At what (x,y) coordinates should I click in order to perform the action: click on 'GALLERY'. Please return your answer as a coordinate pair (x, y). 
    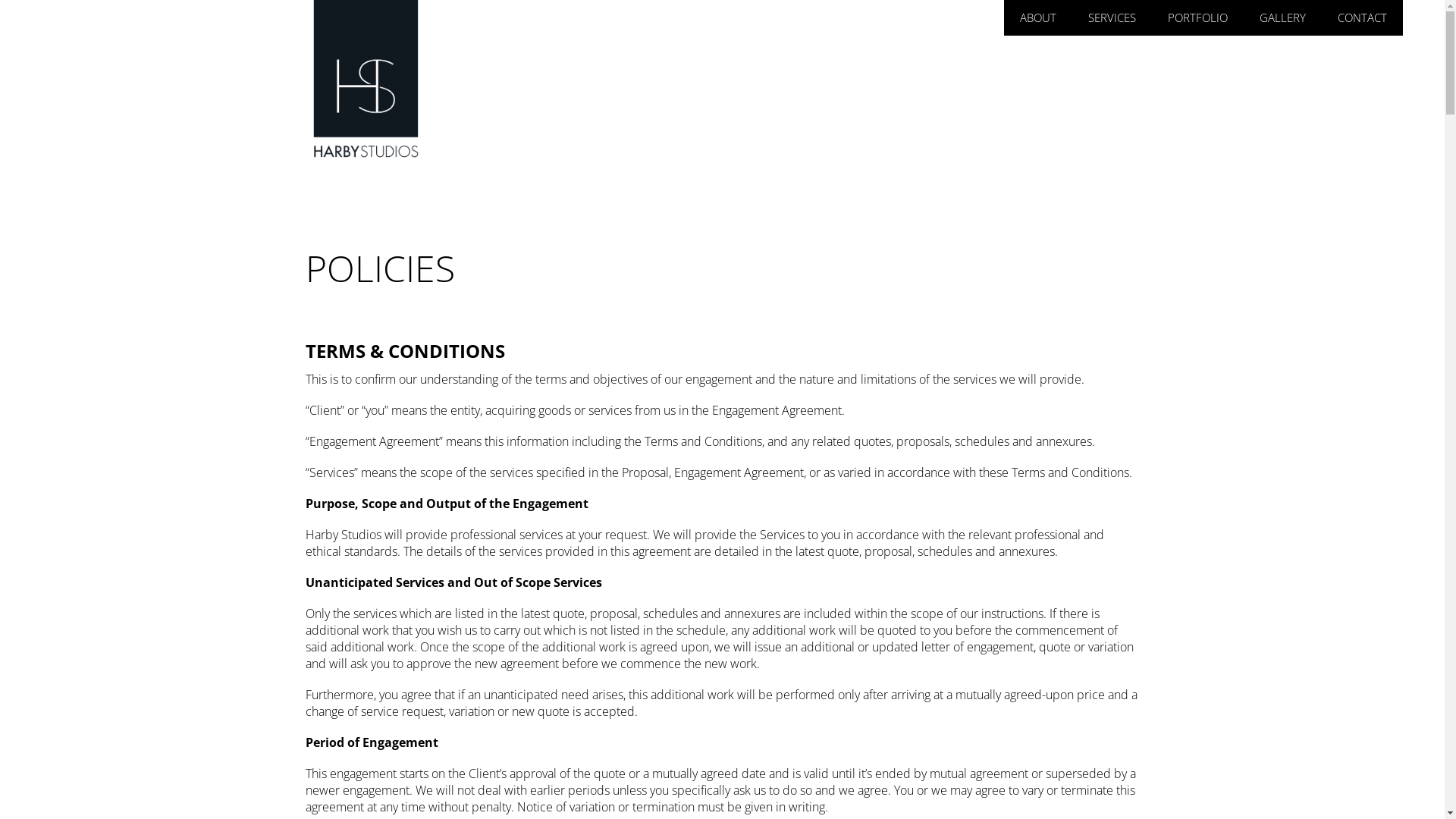
    Looking at the image, I should click on (1253, 17).